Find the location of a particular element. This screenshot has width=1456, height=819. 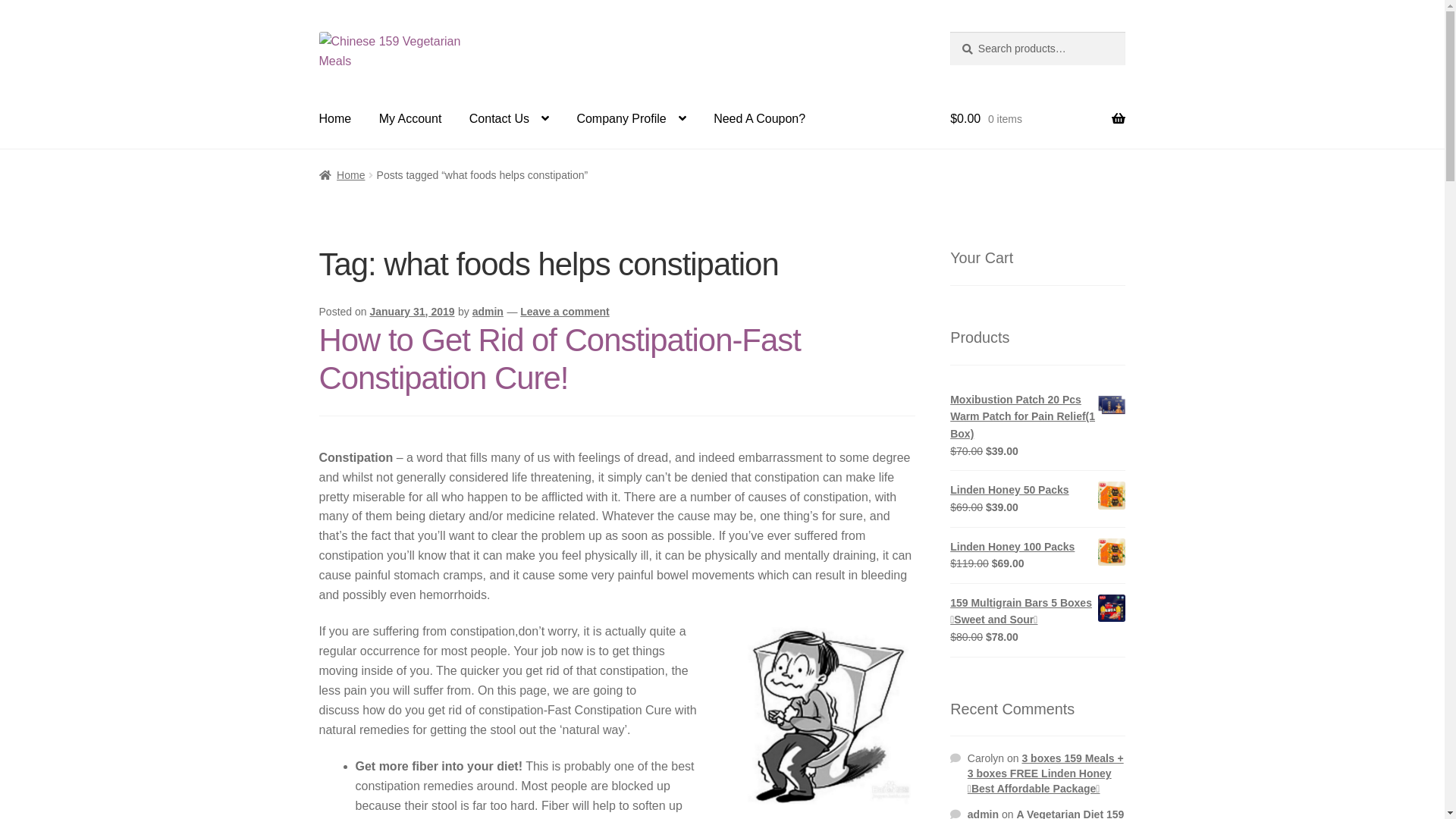

'$0.00 0 items' is located at coordinates (1037, 118).